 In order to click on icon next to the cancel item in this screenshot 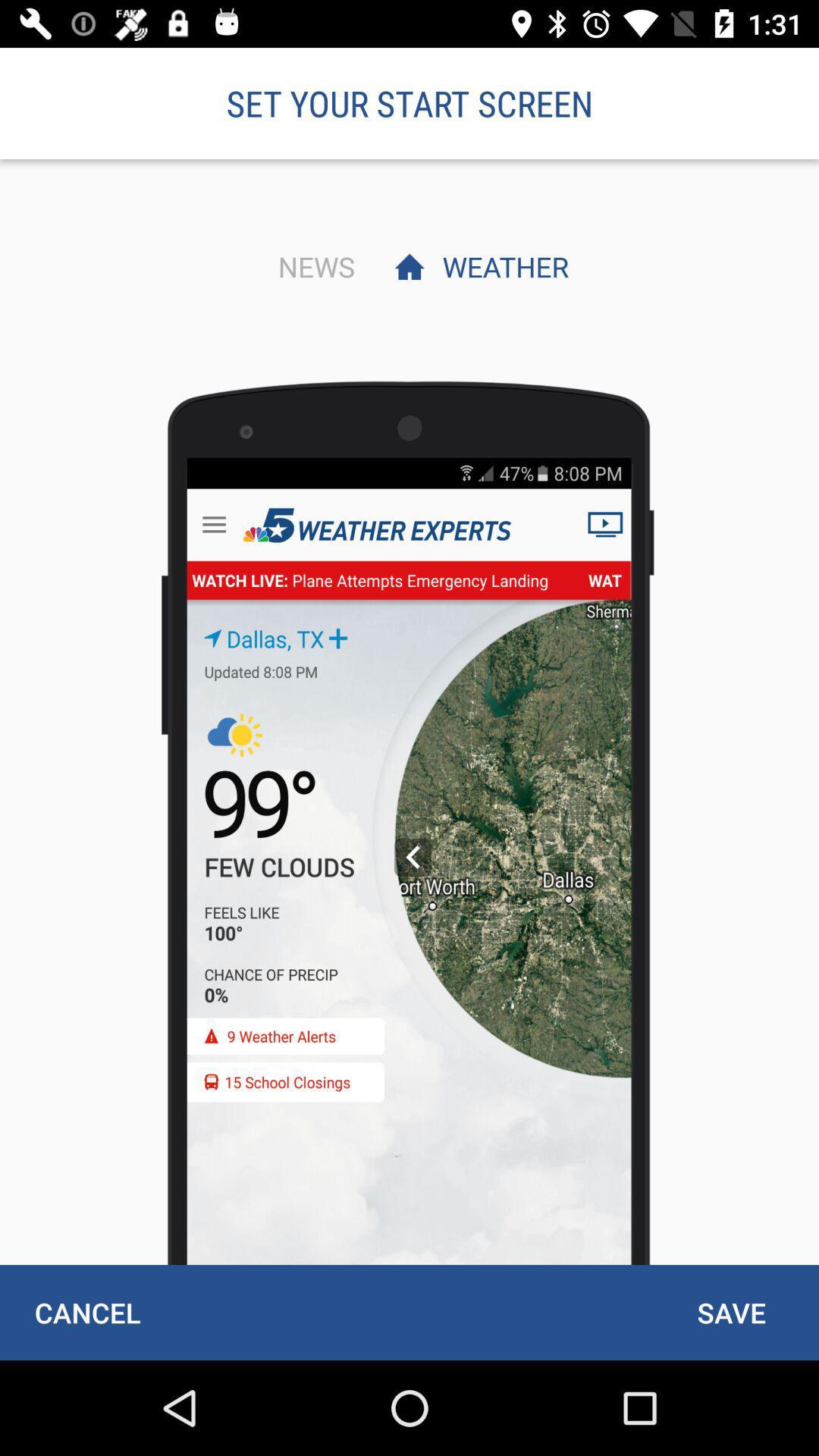, I will do `click(730, 1312)`.